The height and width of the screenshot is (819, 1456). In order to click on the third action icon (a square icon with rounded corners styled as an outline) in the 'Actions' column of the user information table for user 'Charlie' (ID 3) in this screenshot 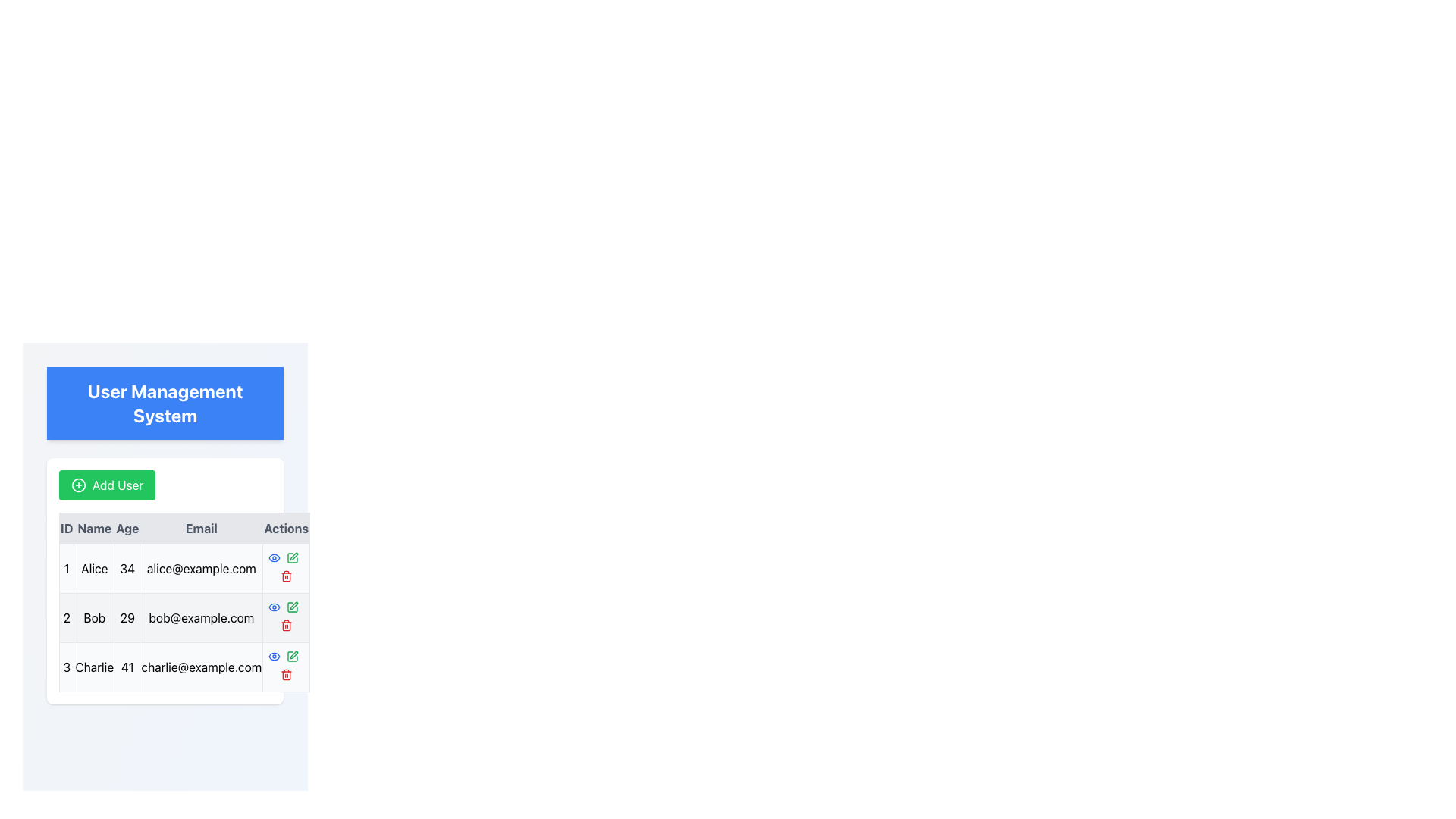, I will do `click(292, 656)`.